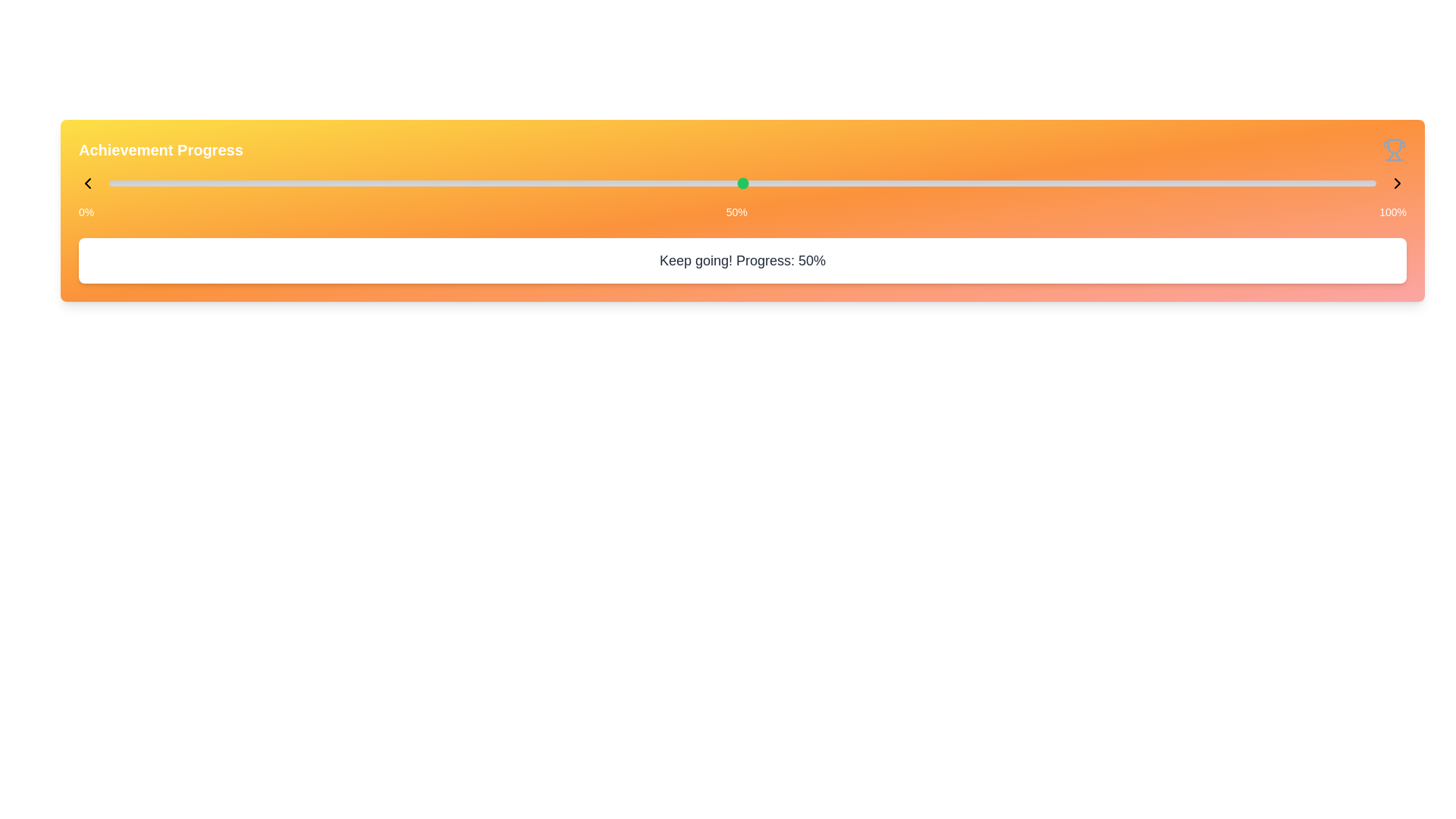 The image size is (1456, 819). I want to click on the static text label indicating the initial point of the progress bar, which represents 0% progress, so click(86, 212).